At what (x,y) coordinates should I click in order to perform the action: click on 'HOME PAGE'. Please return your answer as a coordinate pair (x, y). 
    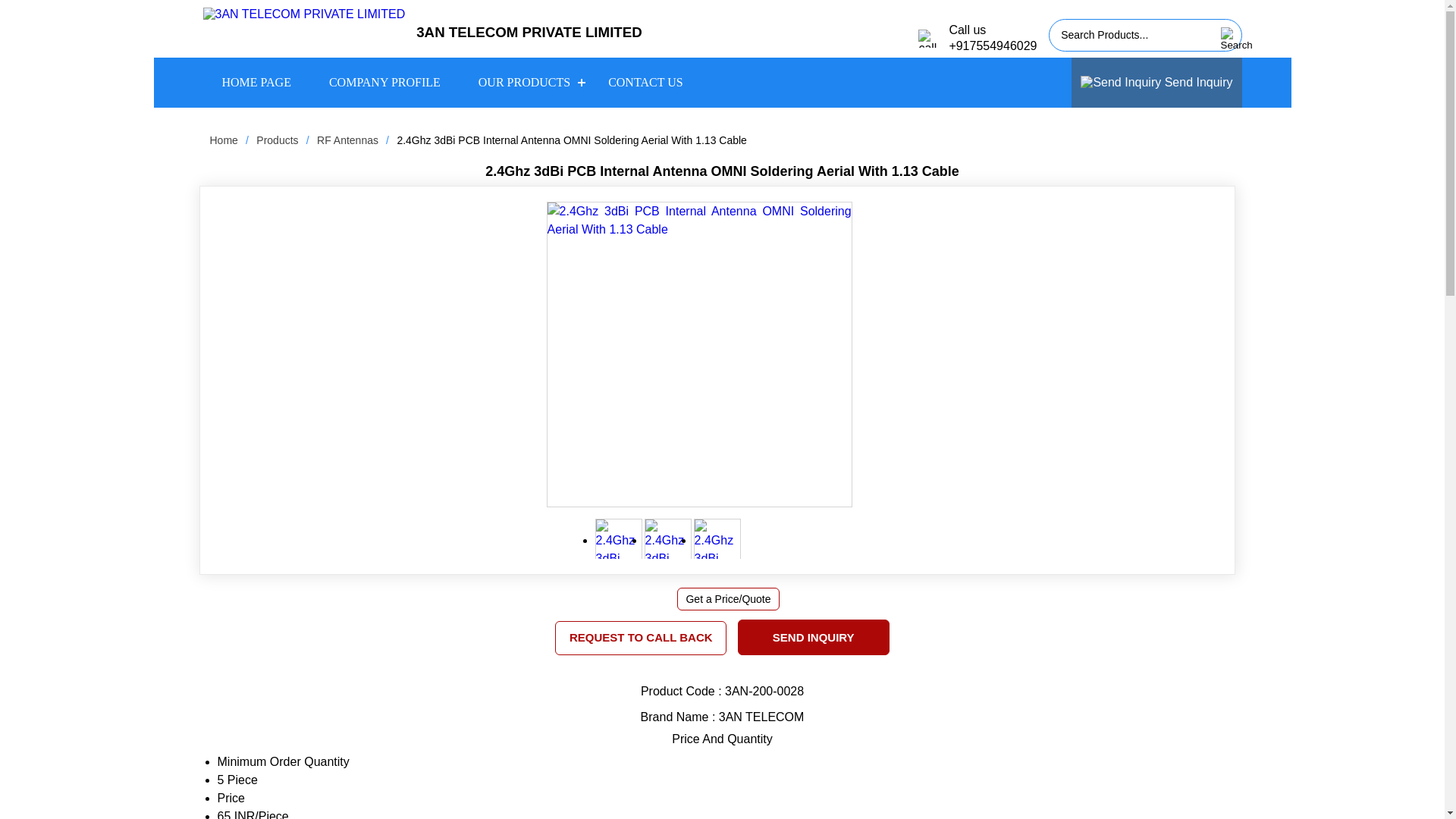
    Looking at the image, I should click on (256, 82).